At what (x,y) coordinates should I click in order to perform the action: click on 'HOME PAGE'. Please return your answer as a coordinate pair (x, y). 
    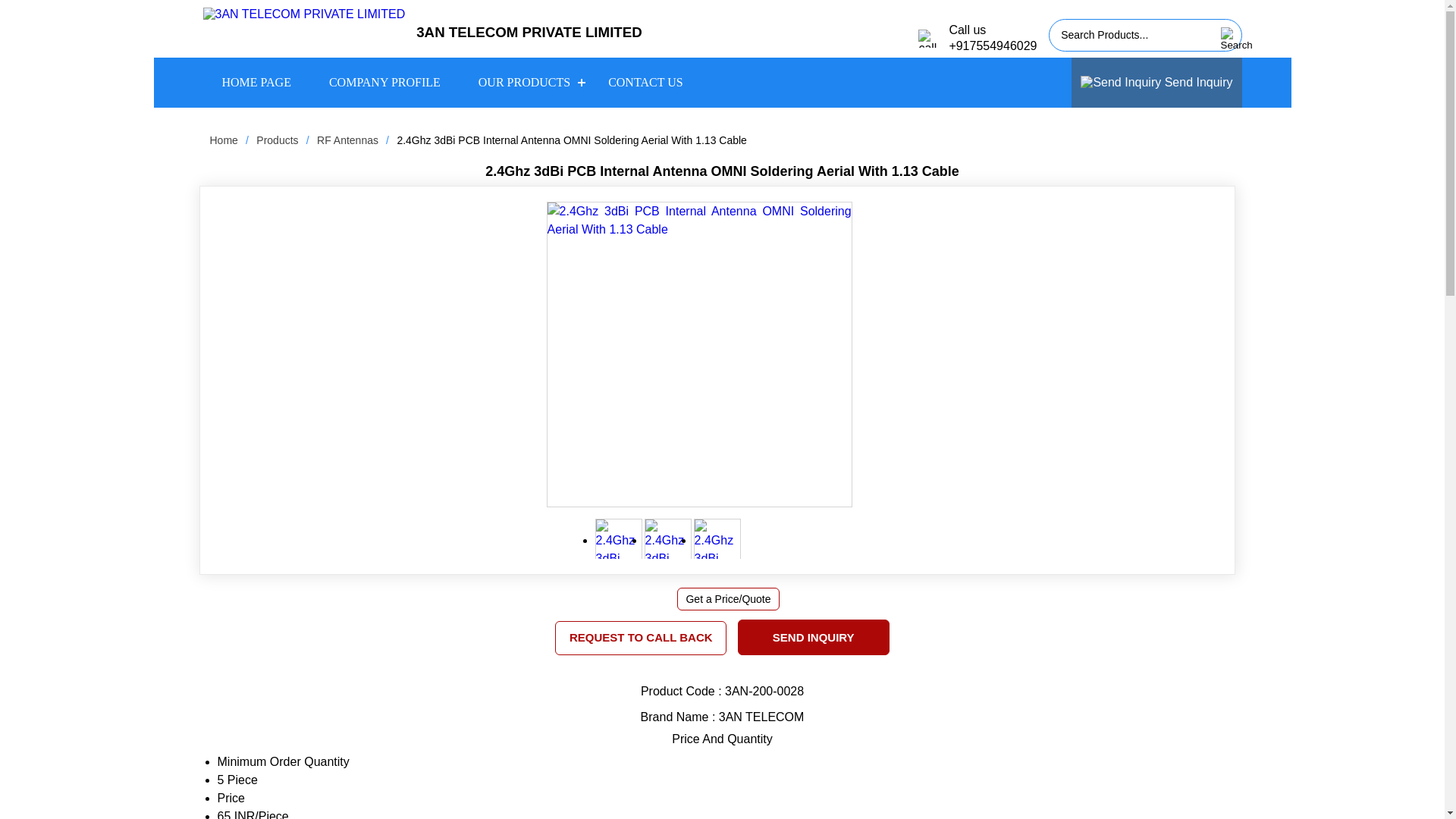
    Looking at the image, I should click on (256, 82).